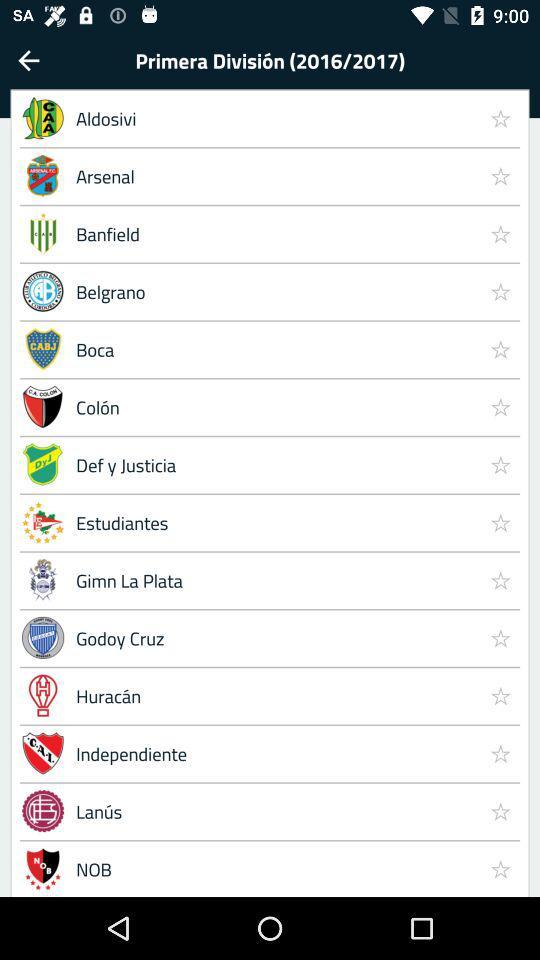 Image resolution: width=540 pixels, height=960 pixels. Describe the element at coordinates (499, 695) in the screenshot. I see `item to the right of godoy cruz icon` at that location.